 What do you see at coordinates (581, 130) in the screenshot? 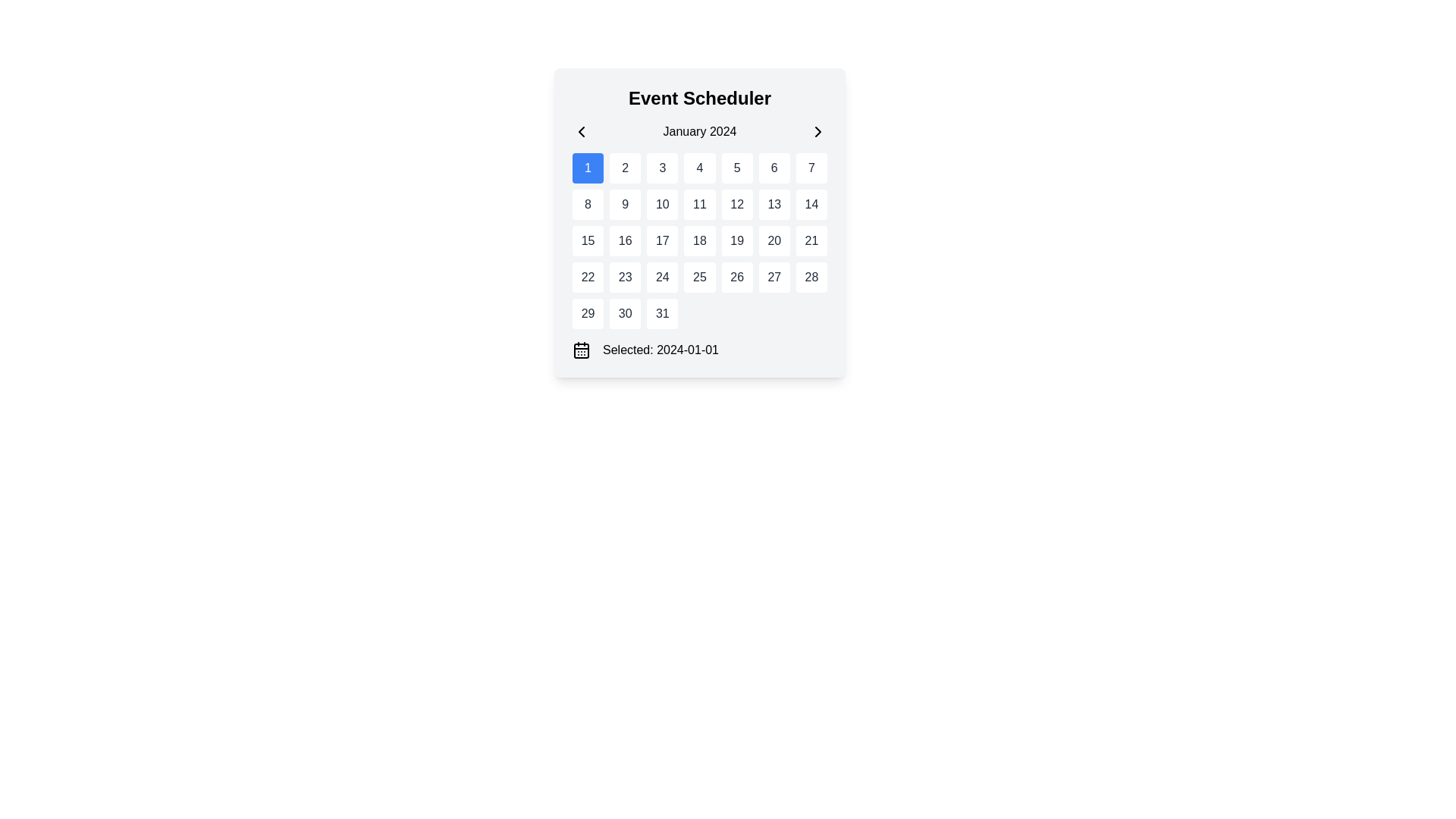
I see `the navigation button to move backward to the previous month in the calendar interface, located to the left of the 'January 2024' text` at bounding box center [581, 130].